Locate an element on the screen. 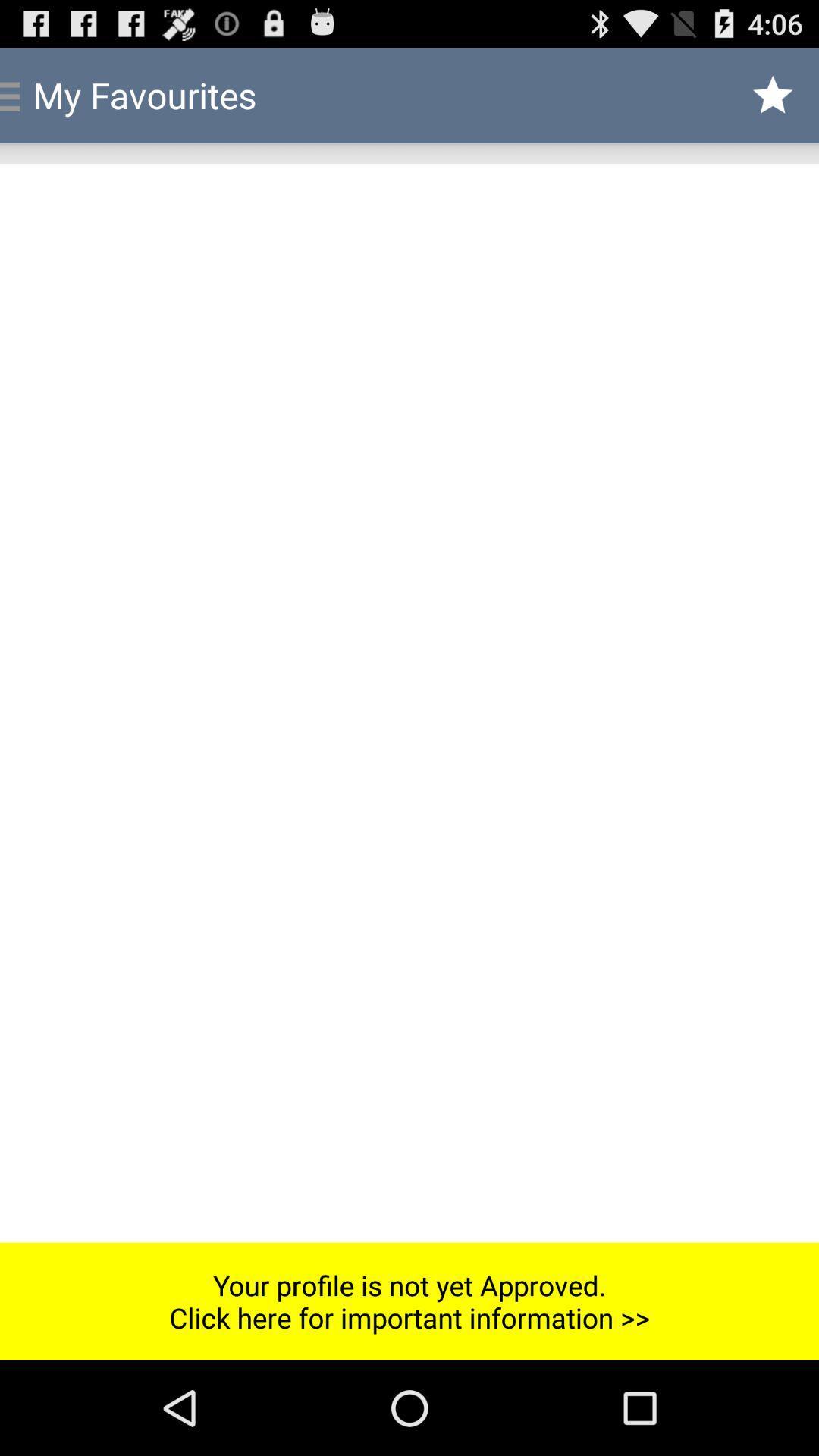 This screenshot has width=819, height=1456. icon at the center is located at coordinates (409, 702).